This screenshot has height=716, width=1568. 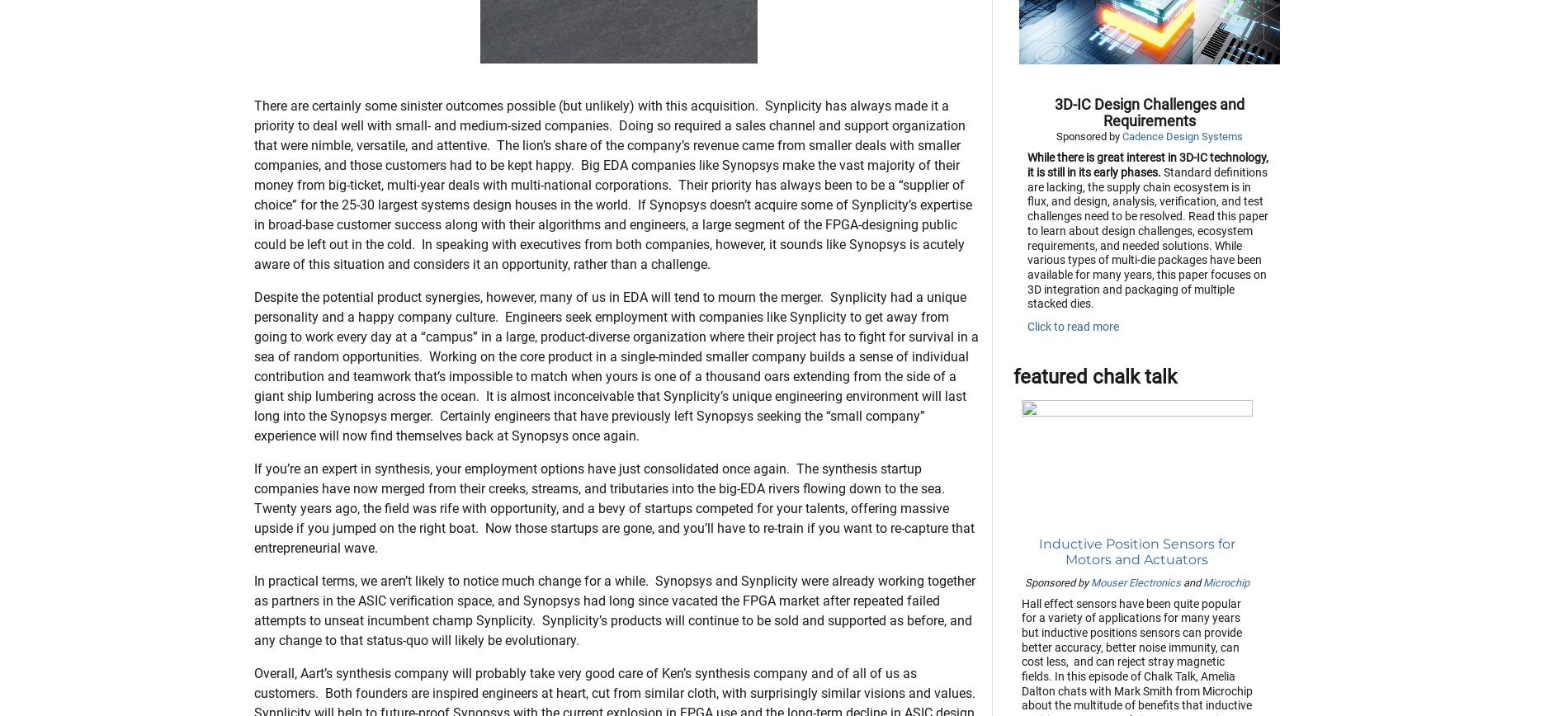 I want to click on 'and', so click(x=1191, y=664).